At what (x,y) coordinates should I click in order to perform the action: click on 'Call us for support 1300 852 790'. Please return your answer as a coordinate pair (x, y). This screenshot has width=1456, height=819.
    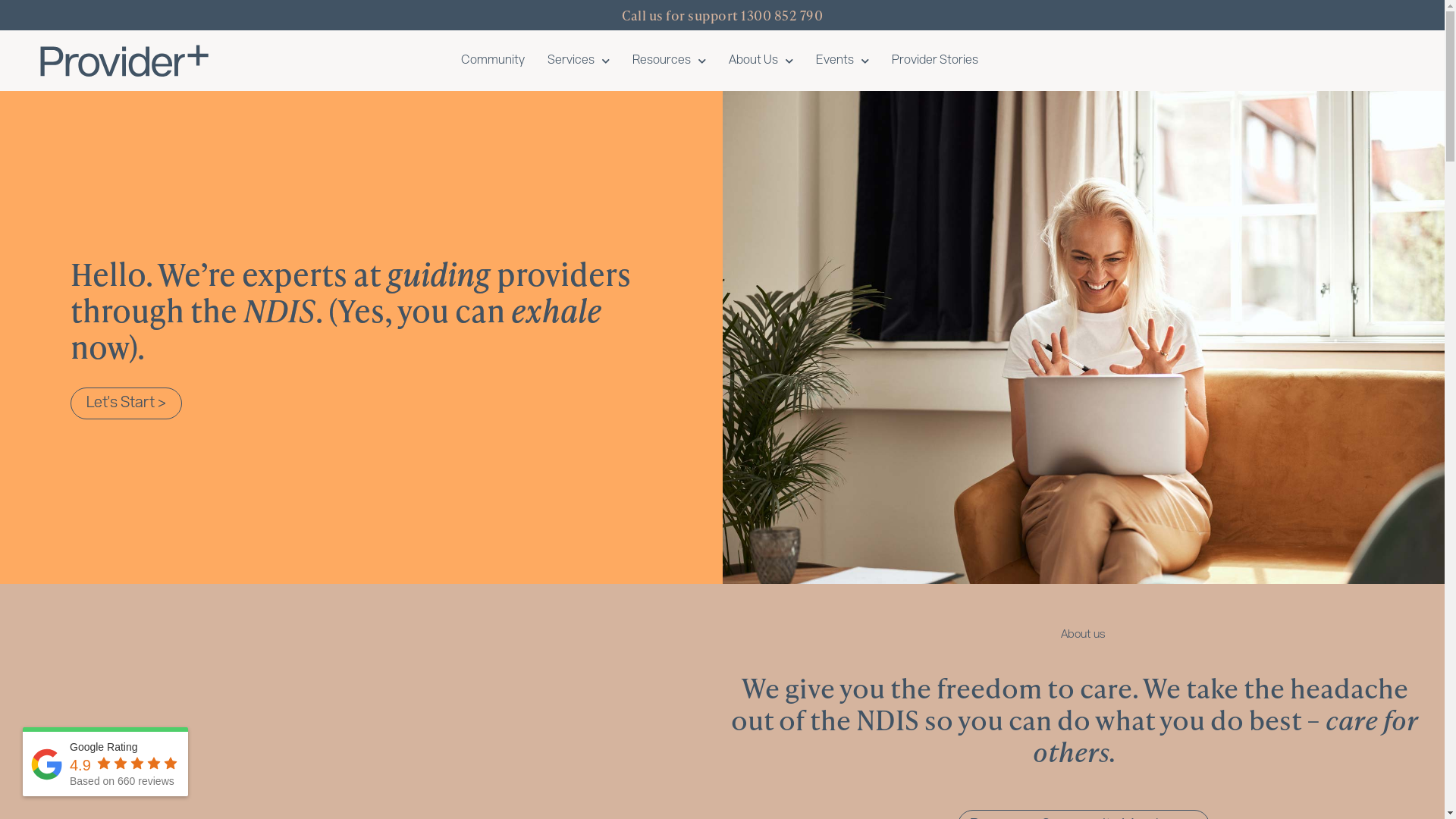
    Looking at the image, I should click on (721, 14).